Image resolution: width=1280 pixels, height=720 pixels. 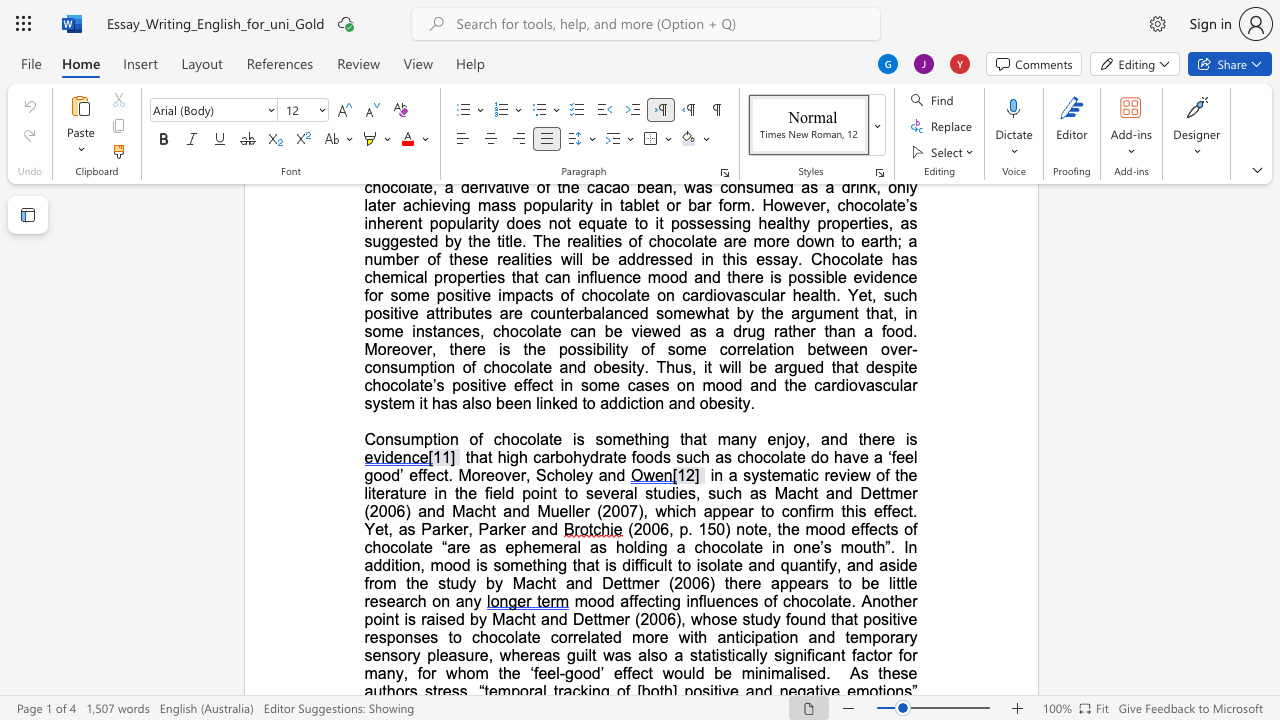 I want to click on the 2th character "f" in the text, so click(x=487, y=493).